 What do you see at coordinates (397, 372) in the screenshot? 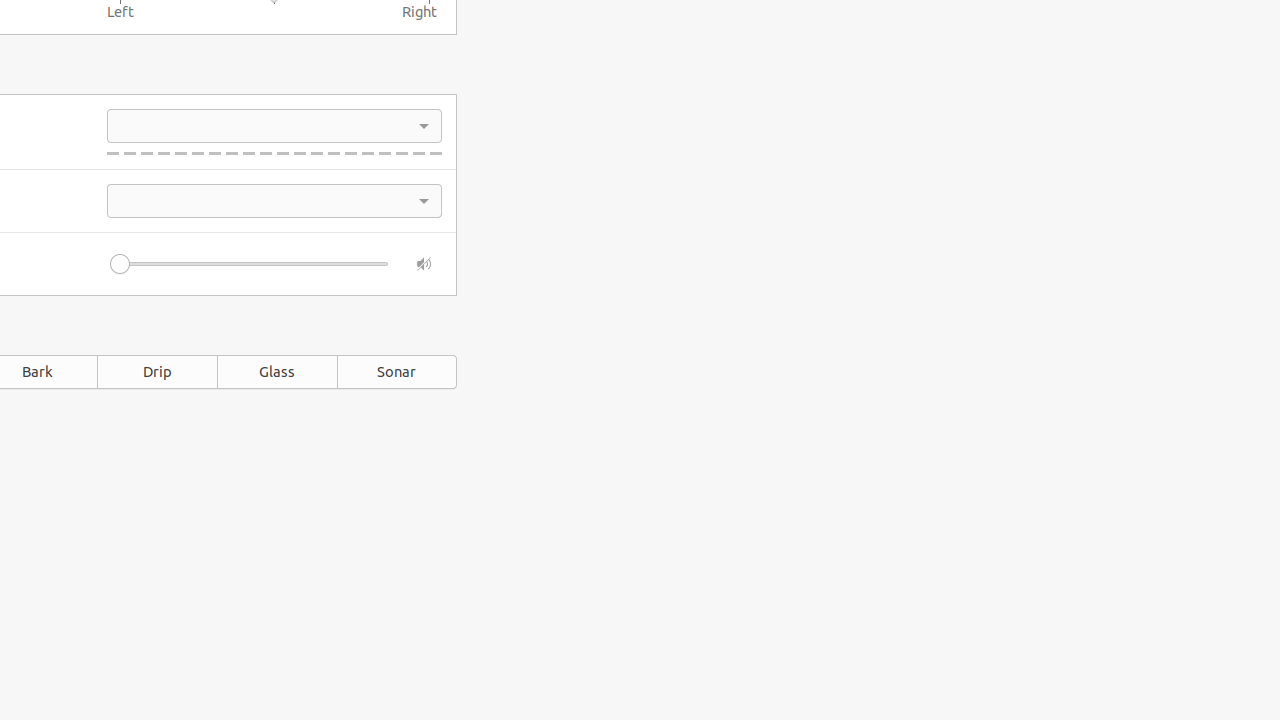
I see `'Sonar'` at bounding box center [397, 372].